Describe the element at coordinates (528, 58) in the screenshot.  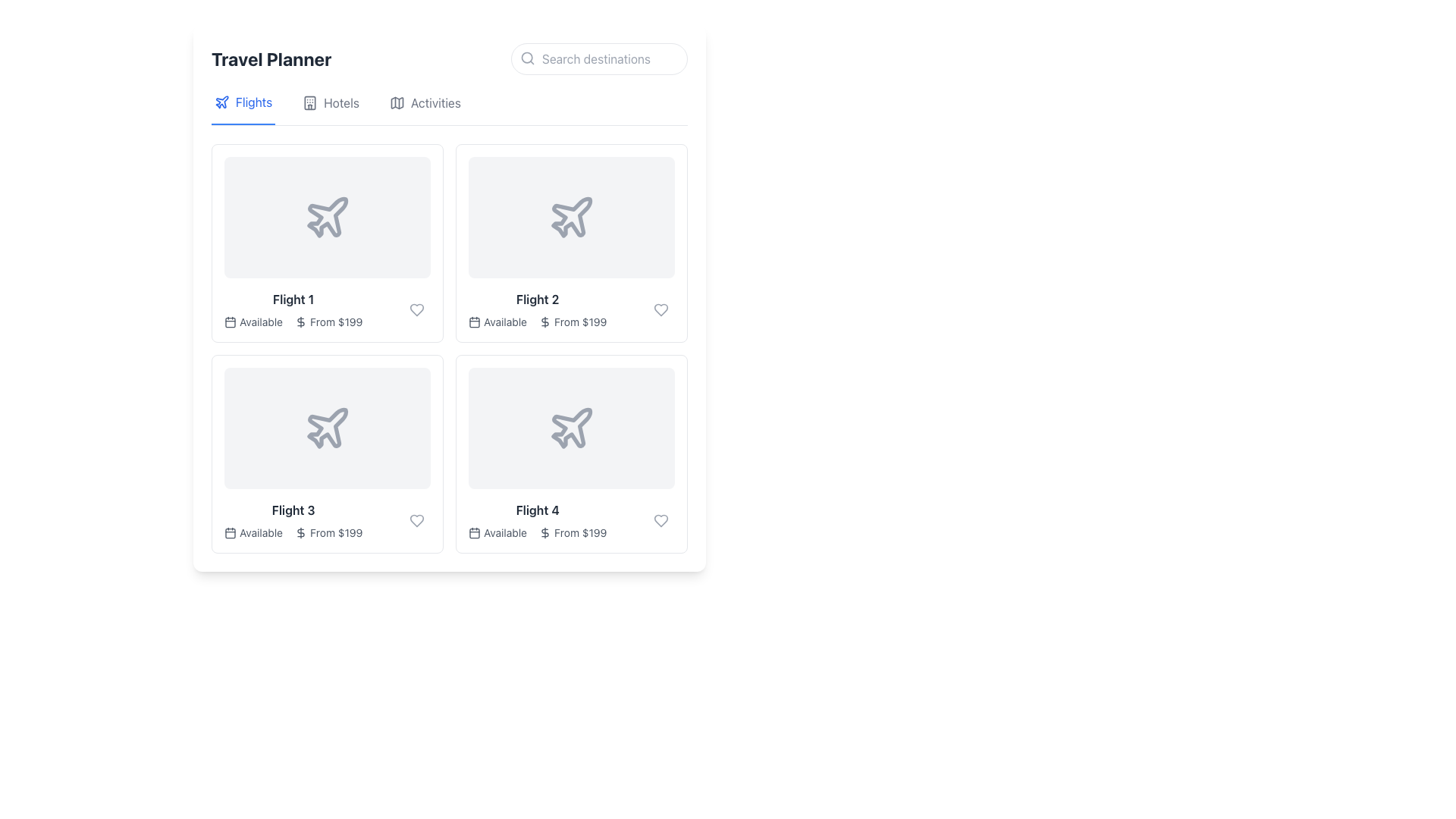
I see `the search icon located on the left side of the search bar, which indicates the search functionality and is positioned before the text input field with the placeholder 'Search destinations.'` at that location.